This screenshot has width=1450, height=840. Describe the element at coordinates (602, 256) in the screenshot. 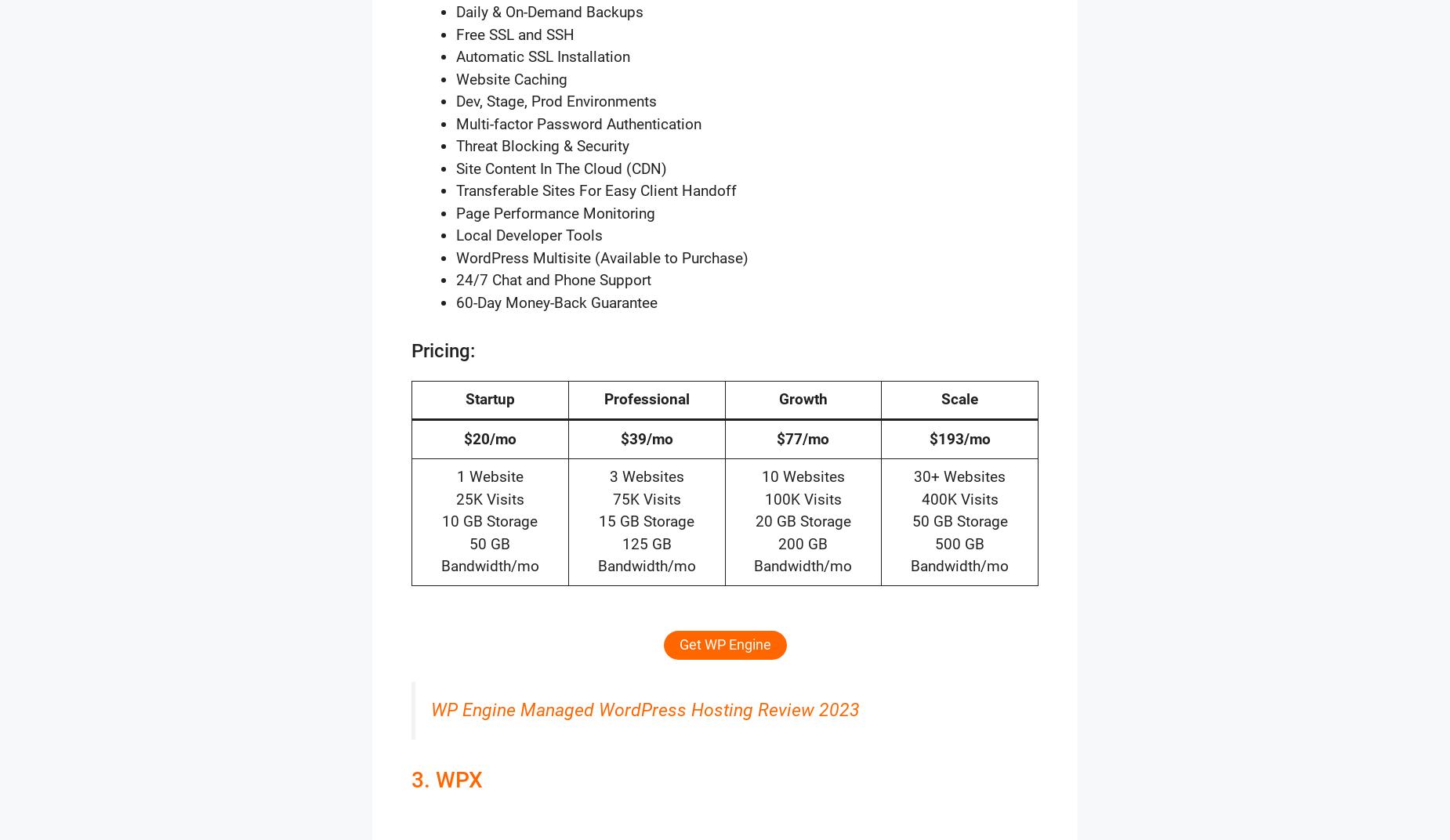

I see `'WordPress Multisite (Available to Purchase)'` at that location.